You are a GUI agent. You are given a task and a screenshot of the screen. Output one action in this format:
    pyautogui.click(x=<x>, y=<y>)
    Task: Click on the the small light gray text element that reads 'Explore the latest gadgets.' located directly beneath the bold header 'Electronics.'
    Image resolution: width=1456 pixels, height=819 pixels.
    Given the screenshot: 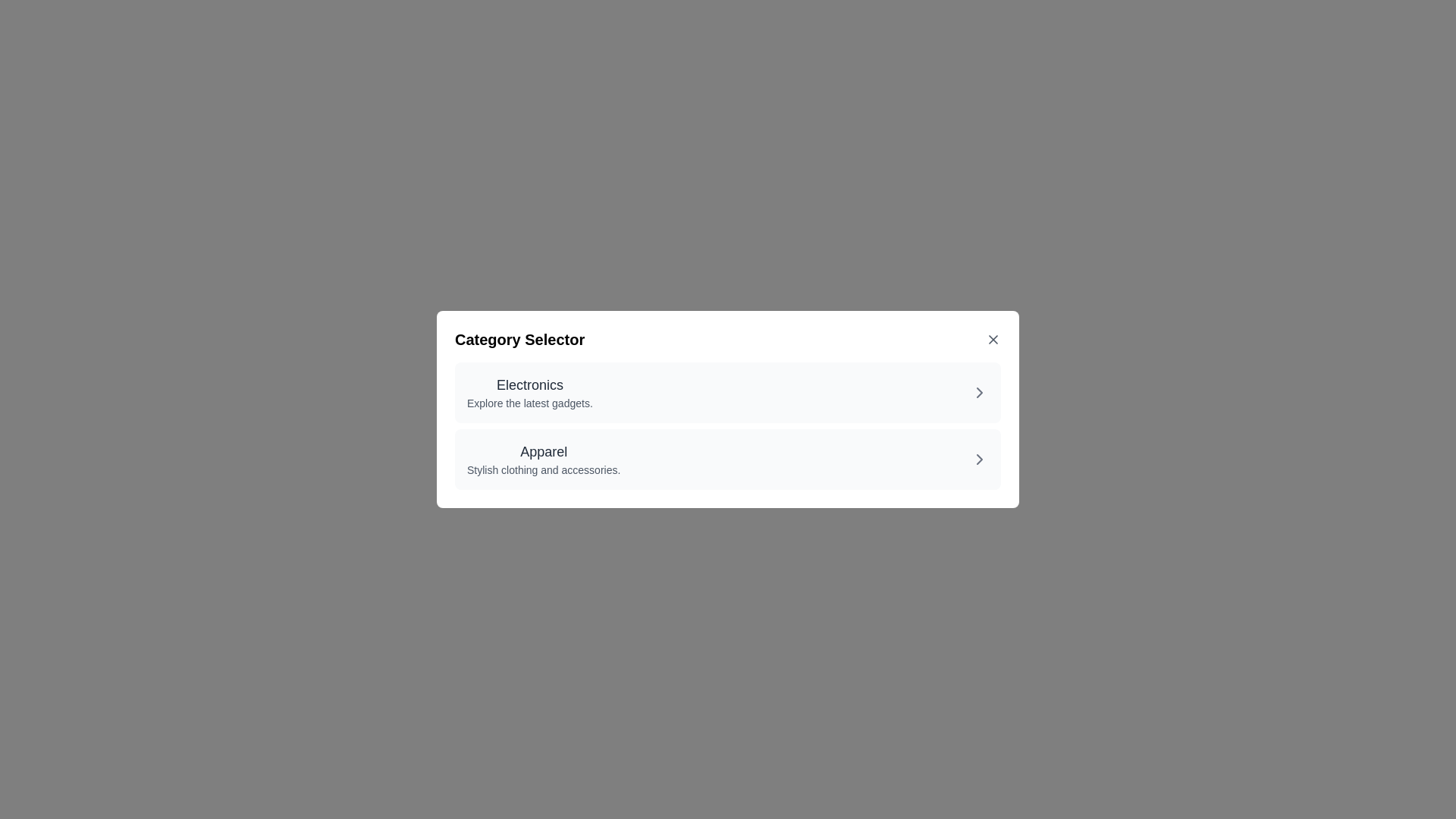 What is the action you would take?
    pyautogui.click(x=529, y=403)
    